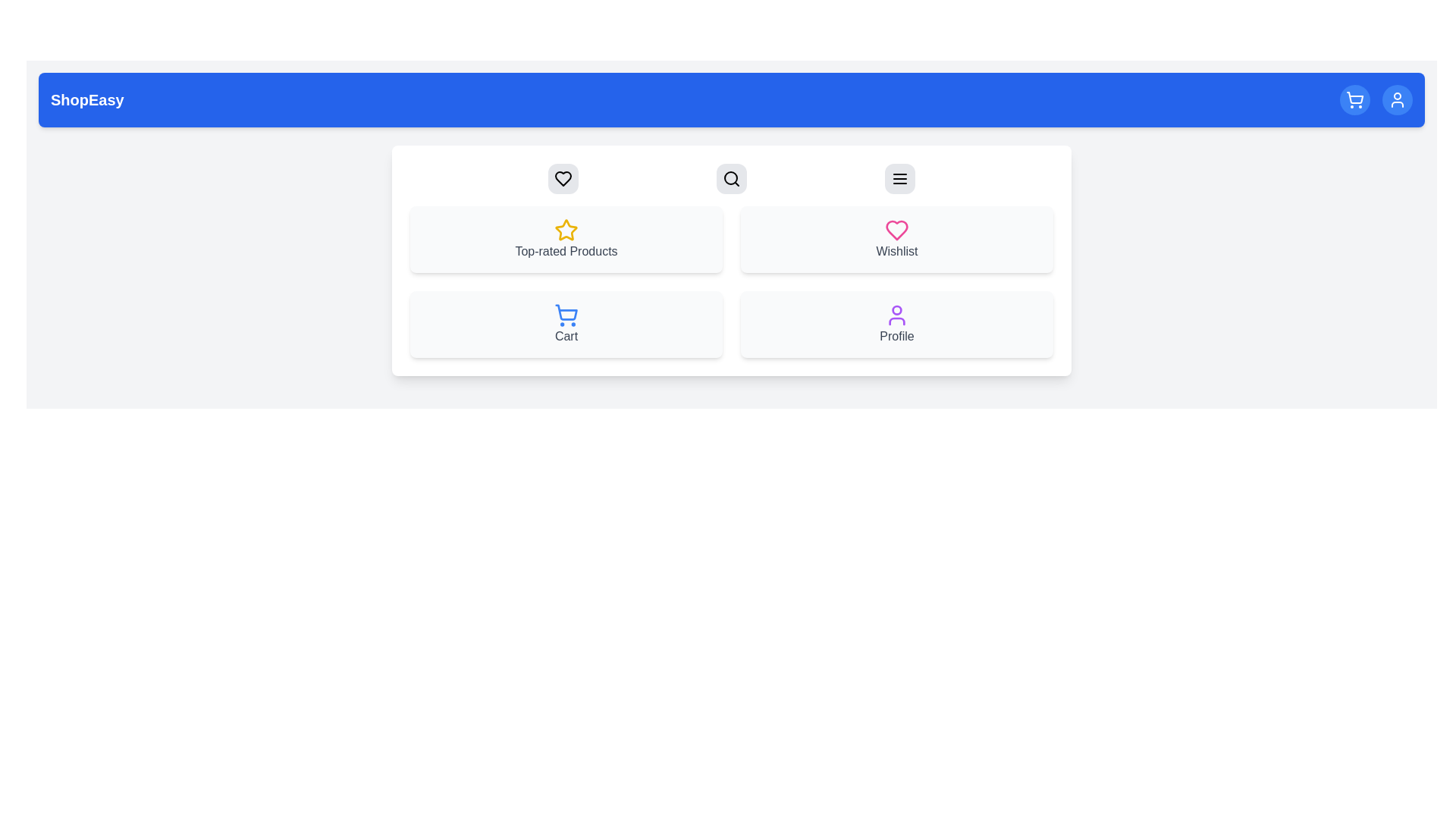 The width and height of the screenshot is (1456, 819). Describe the element at coordinates (566, 315) in the screenshot. I see `the shopping cart icon located in the lower-left part of the four-button panel` at that location.